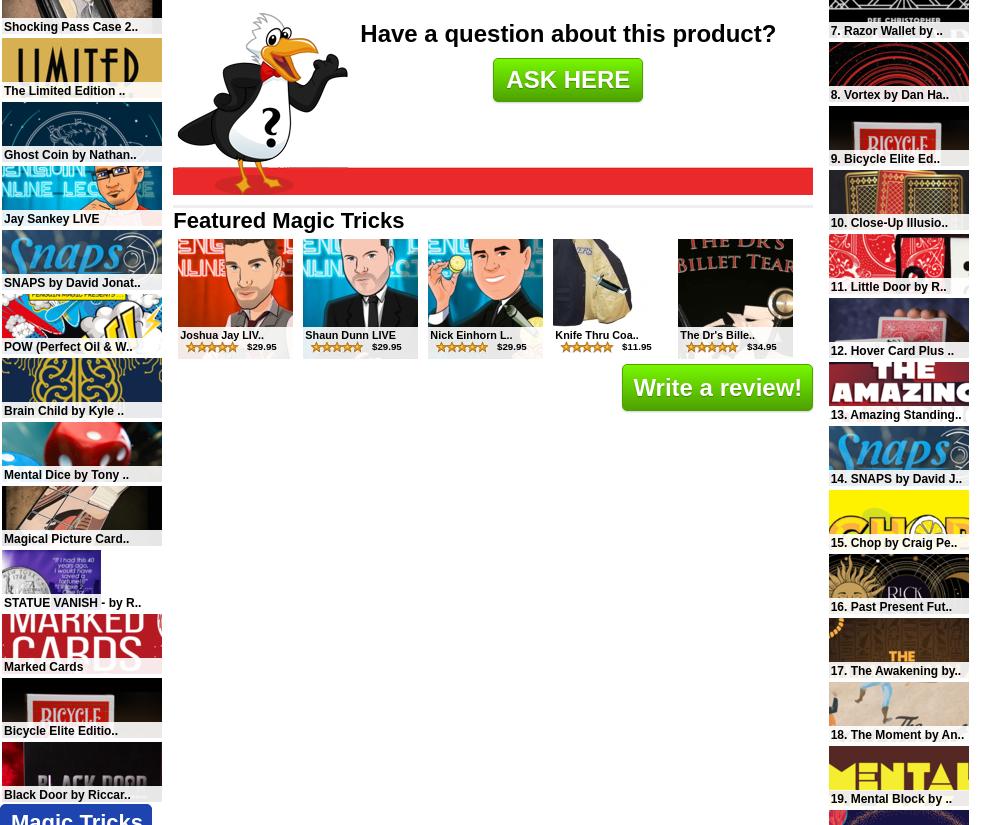 The image size is (1002, 825). What do you see at coordinates (885, 30) in the screenshot?
I see `'7. Razor Wallet by ..'` at bounding box center [885, 30].